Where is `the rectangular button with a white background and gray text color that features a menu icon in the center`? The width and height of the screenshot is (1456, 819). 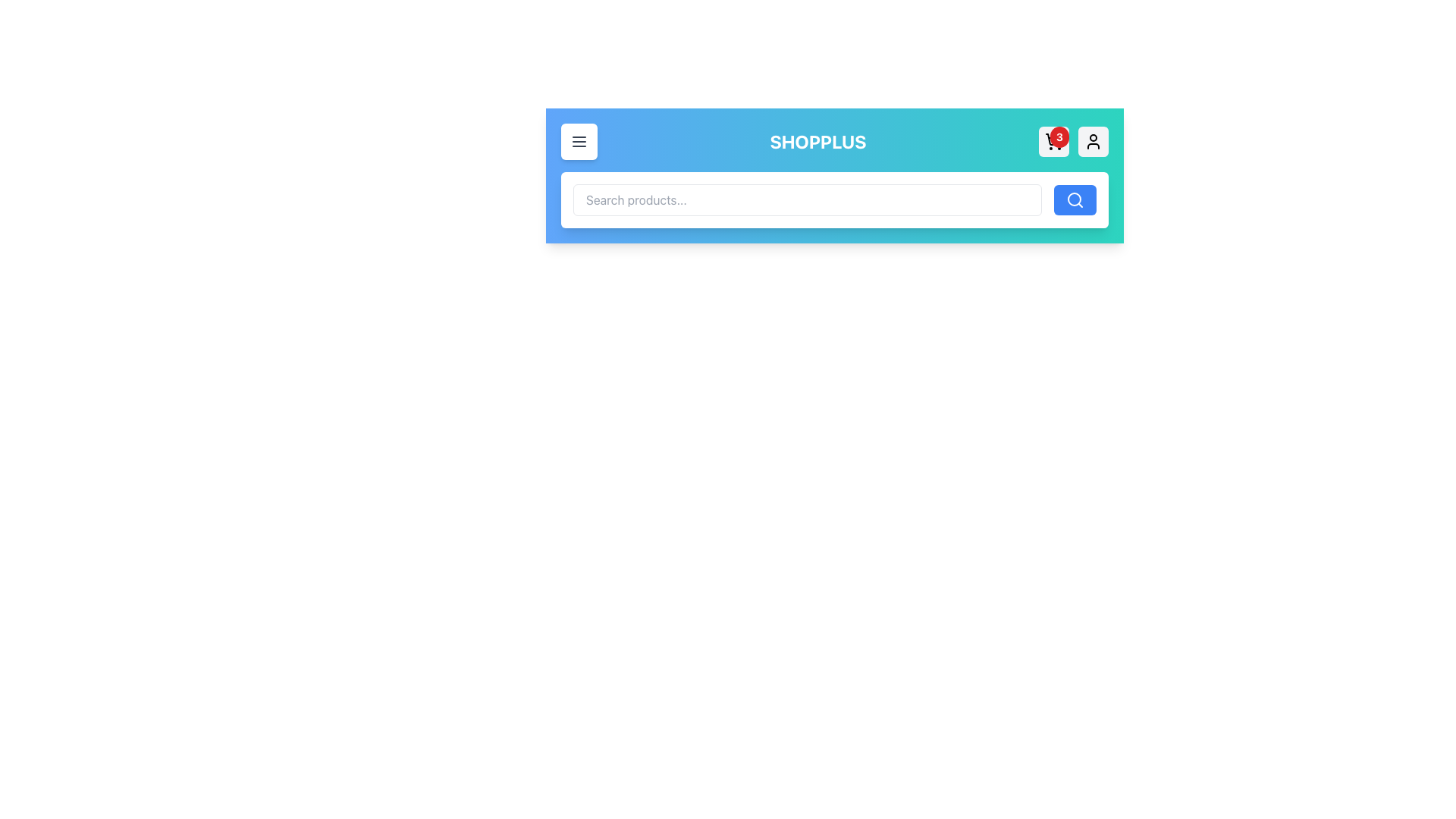
the rectangular button with a white background and gray text color that features a menu icon in the center is located at coordinates (578, 141).